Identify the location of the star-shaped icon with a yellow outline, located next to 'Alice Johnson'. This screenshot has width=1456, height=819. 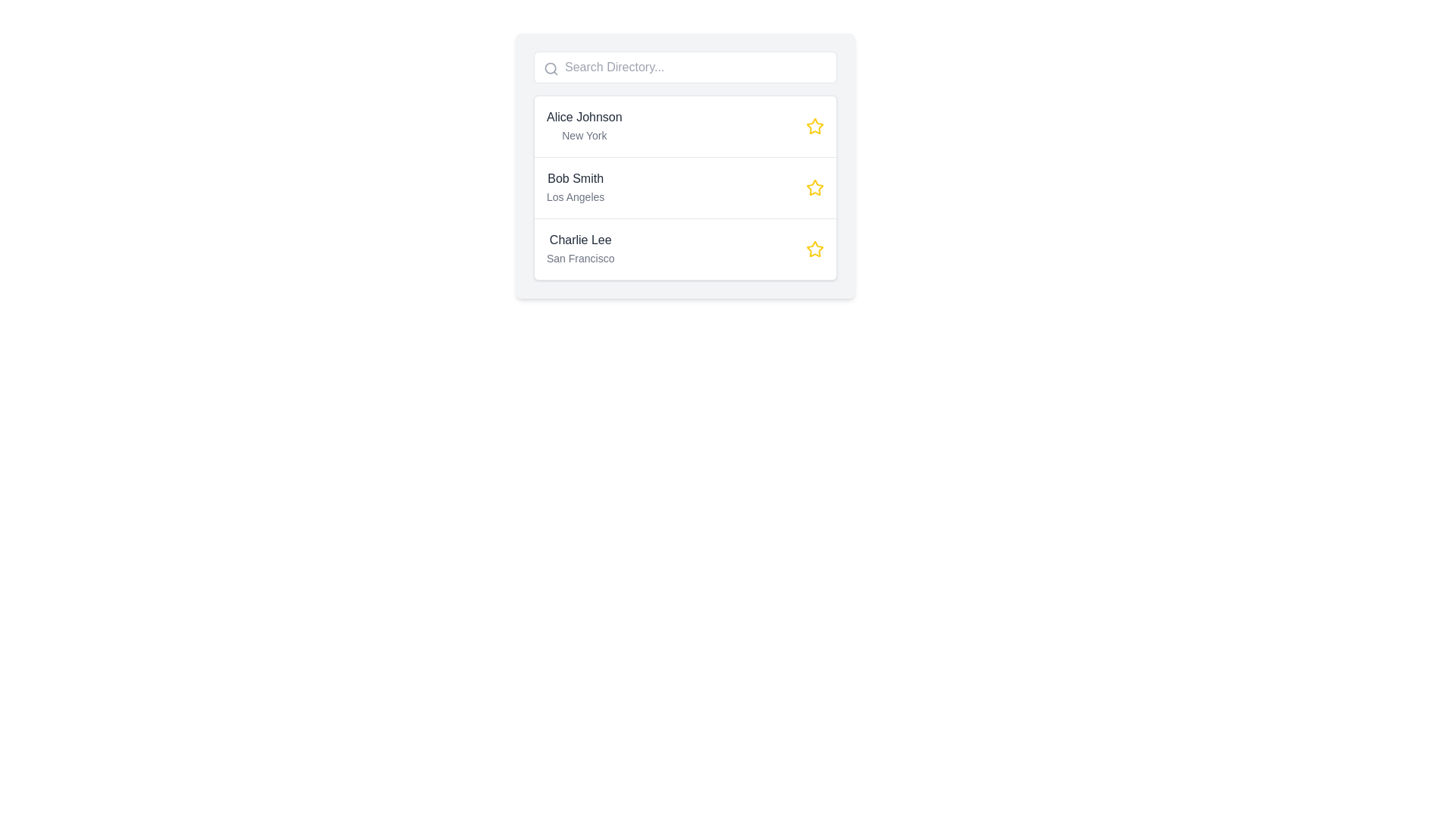
(814, 125).